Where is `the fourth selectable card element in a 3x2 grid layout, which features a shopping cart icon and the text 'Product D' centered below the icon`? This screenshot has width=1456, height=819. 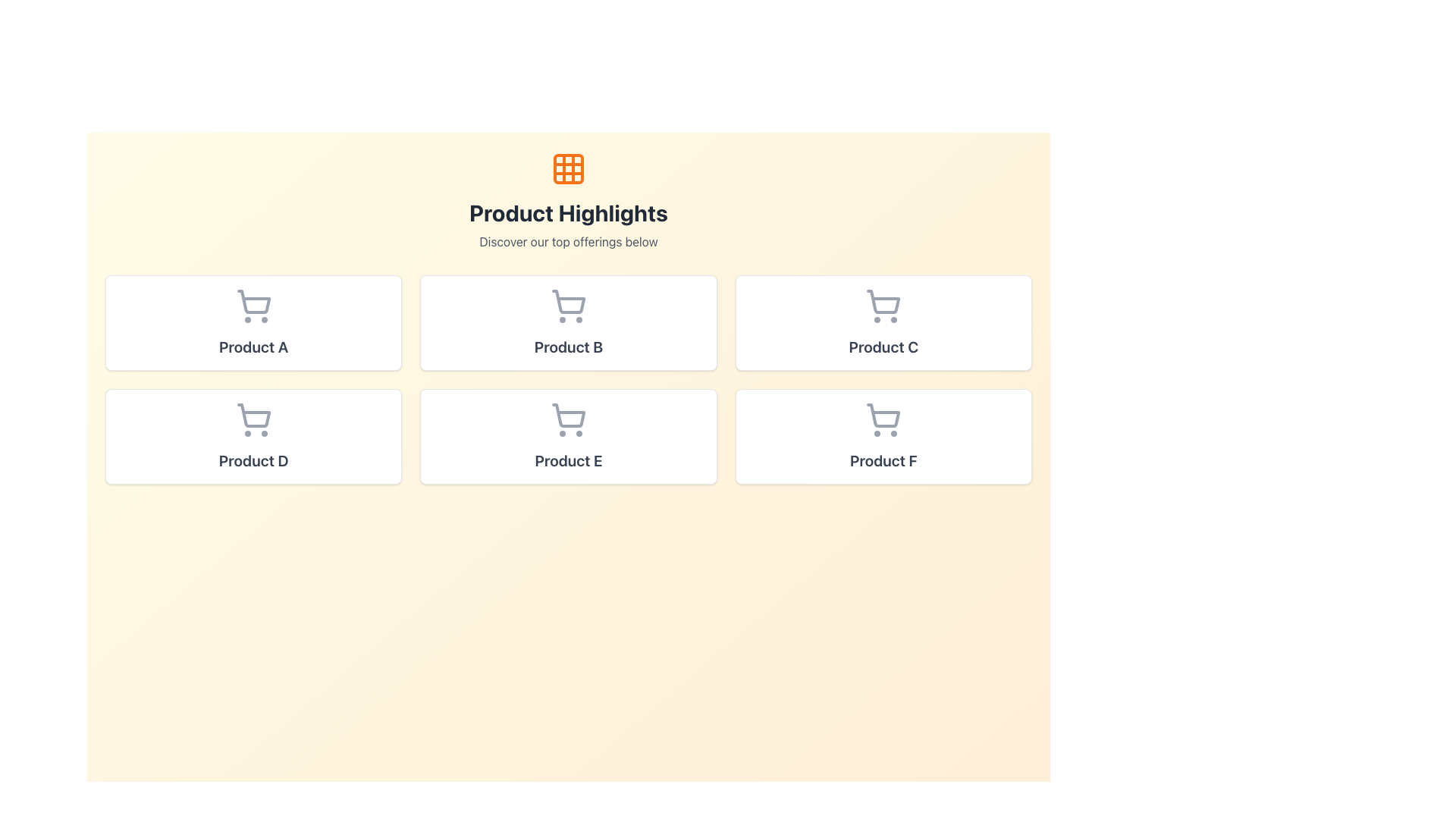 the fourth selectable card element in a 3x2 grid layout, which features a shopping cart icon and the text 'Product D' centered below the icon is located at coordinates (253, 436).